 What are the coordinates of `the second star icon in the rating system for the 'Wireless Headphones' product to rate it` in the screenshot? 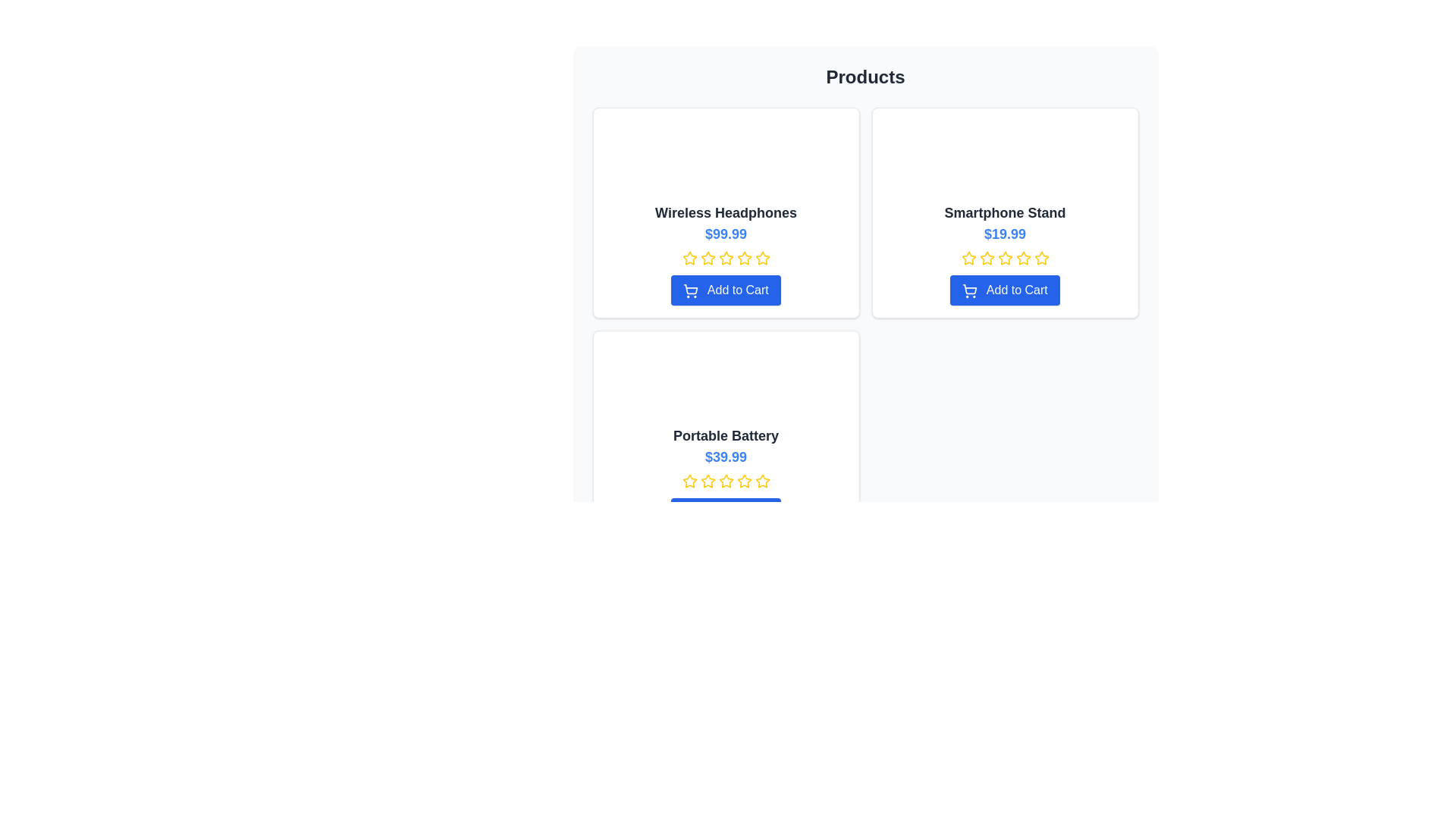 It's located at (725, 257).